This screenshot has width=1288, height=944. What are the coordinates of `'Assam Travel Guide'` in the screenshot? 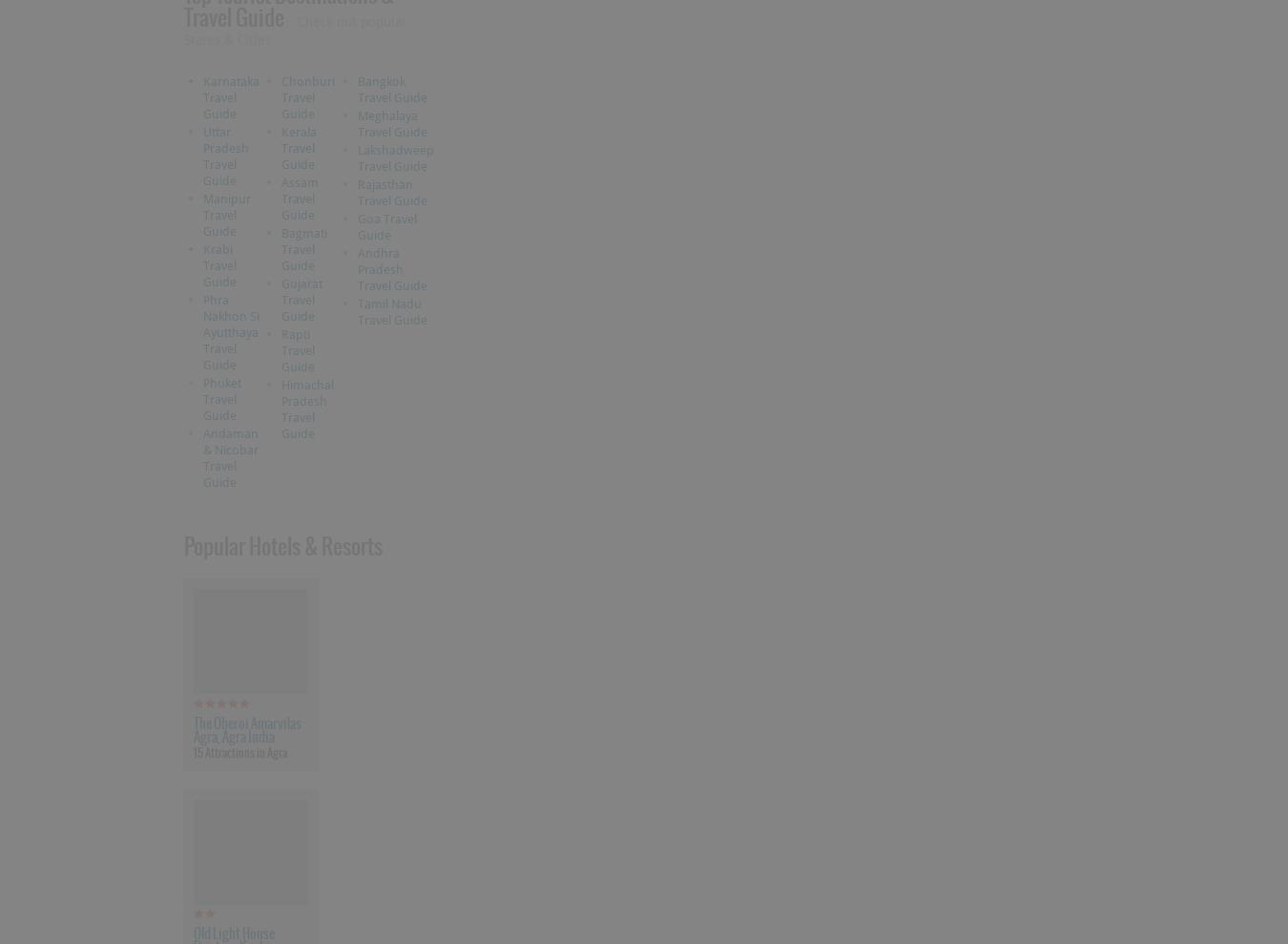 It's located at (299, 198).